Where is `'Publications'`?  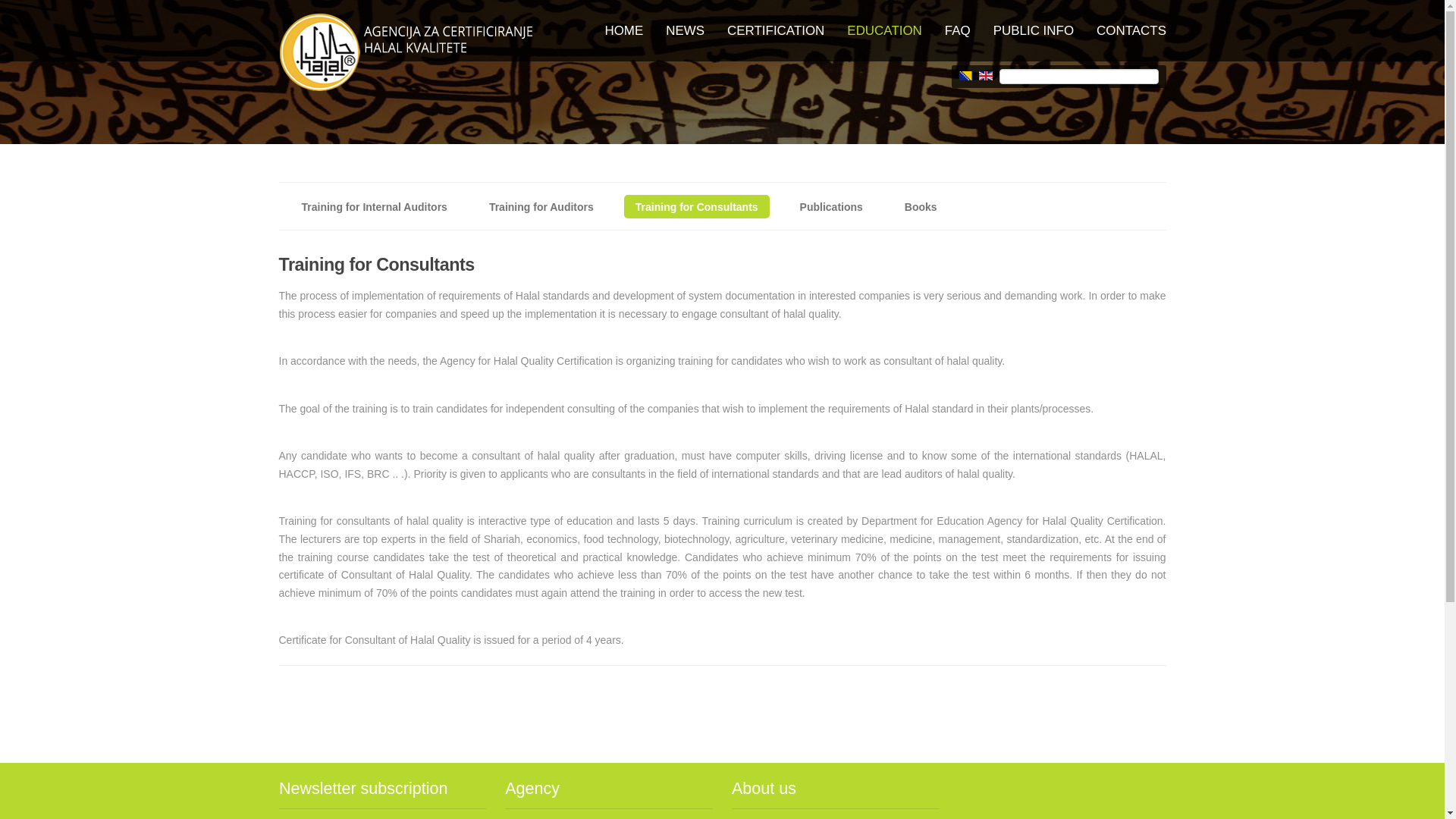 'Publications' is located at coordinates (830, 206).